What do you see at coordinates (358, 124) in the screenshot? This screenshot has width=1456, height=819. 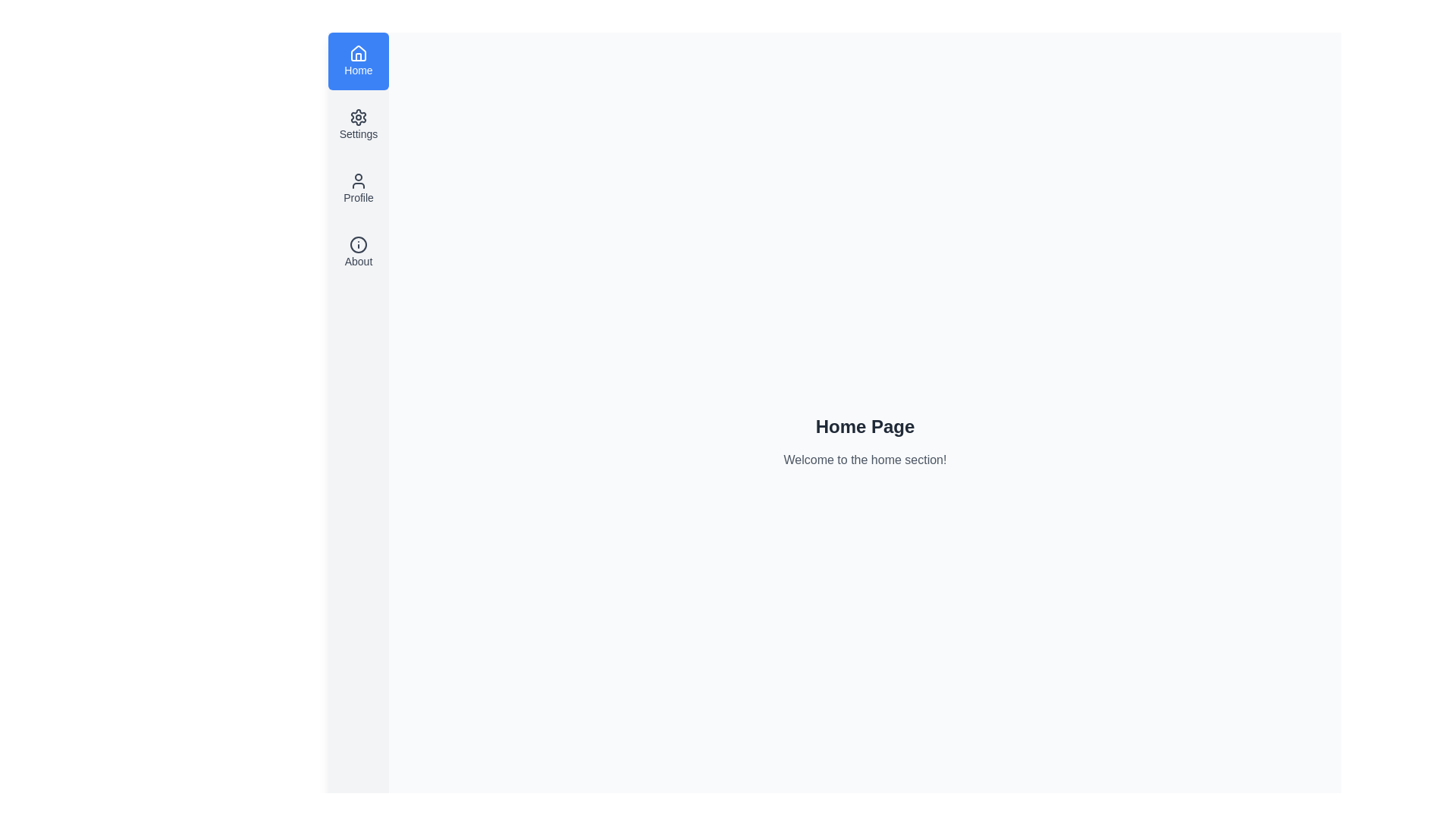 I see `the menu option Settings to preview its content` at bounding box center [358, 124].